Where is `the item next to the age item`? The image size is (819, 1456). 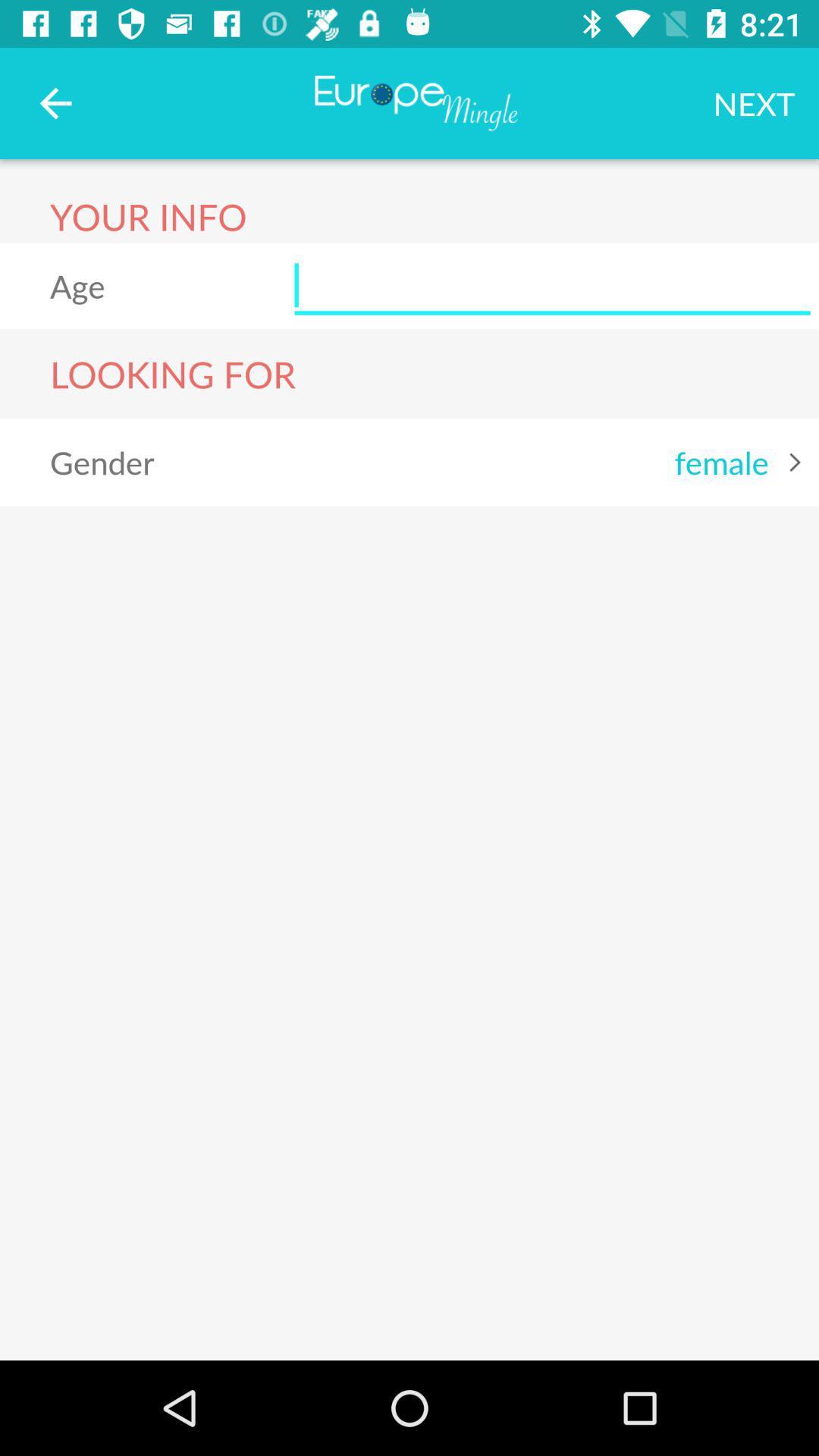
the item next to the age item is located at coordinates (552, 286).